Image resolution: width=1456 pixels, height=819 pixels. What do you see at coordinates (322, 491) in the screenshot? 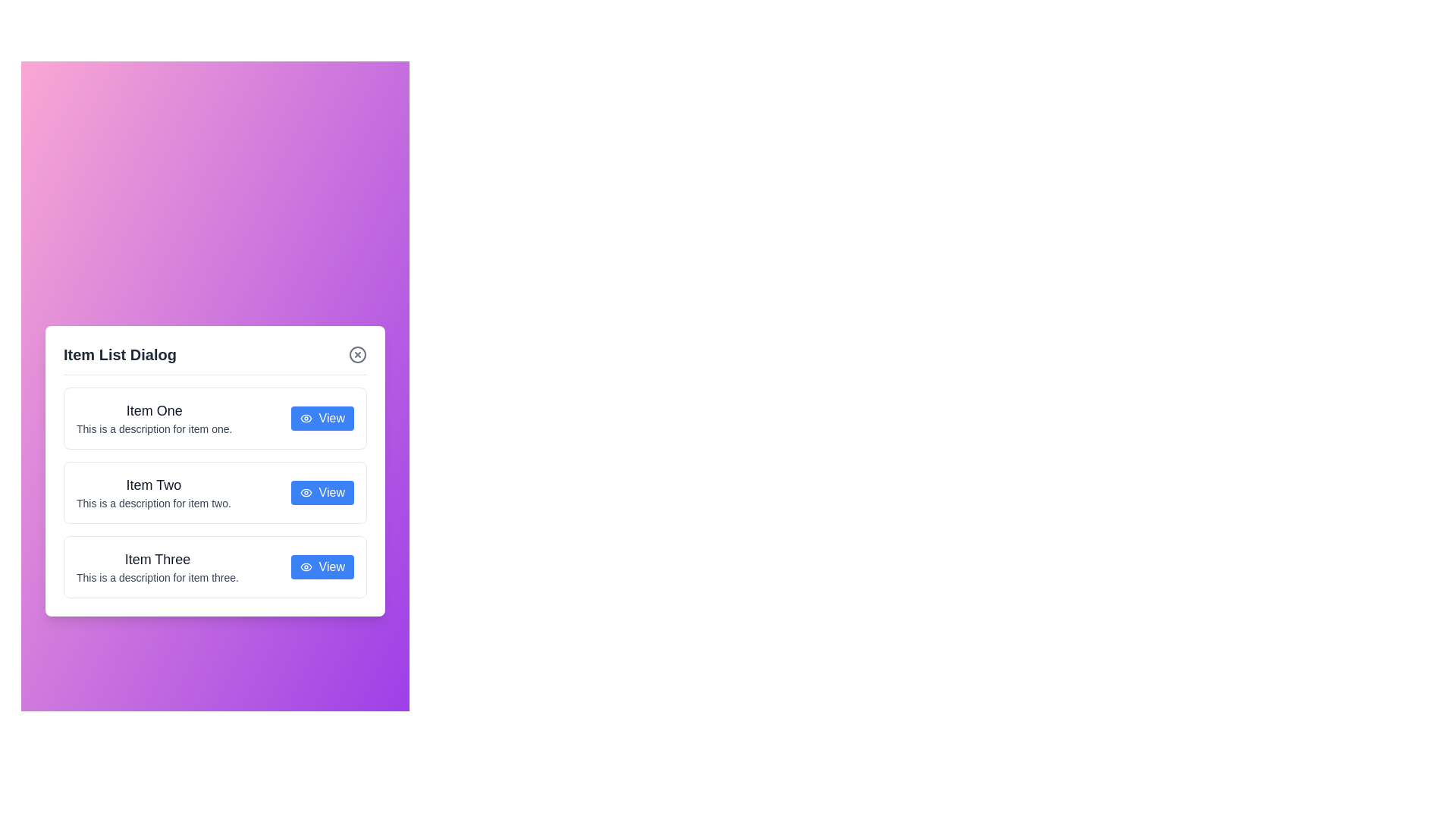
I see `the 'View' button for item Item Two` at bounding box center [322, 491].